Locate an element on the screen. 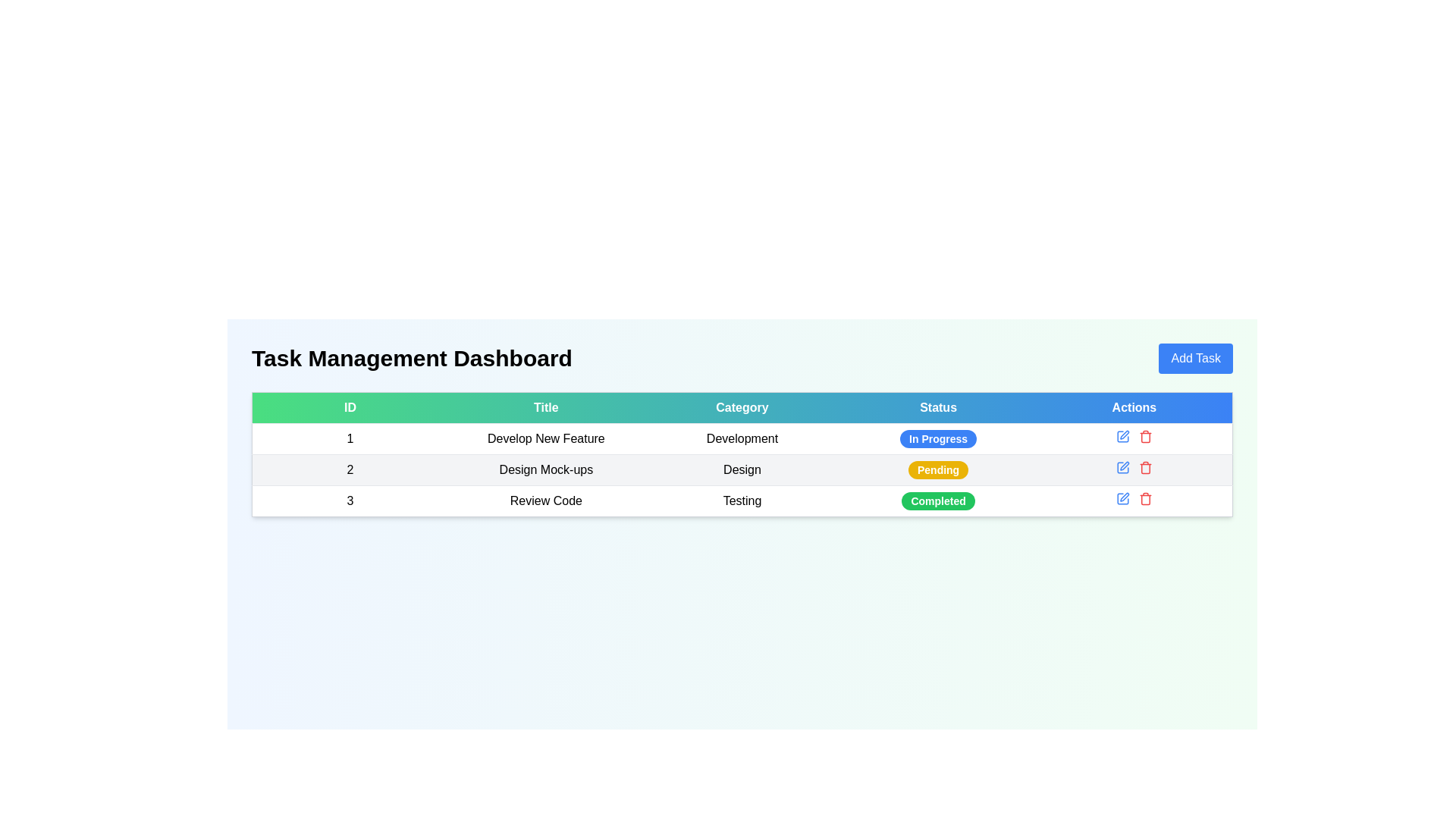 This screenshot has width=1456, height=819. the header row of the Task Management Dashboard table to sort the columns is located at coordinates (742, 406).